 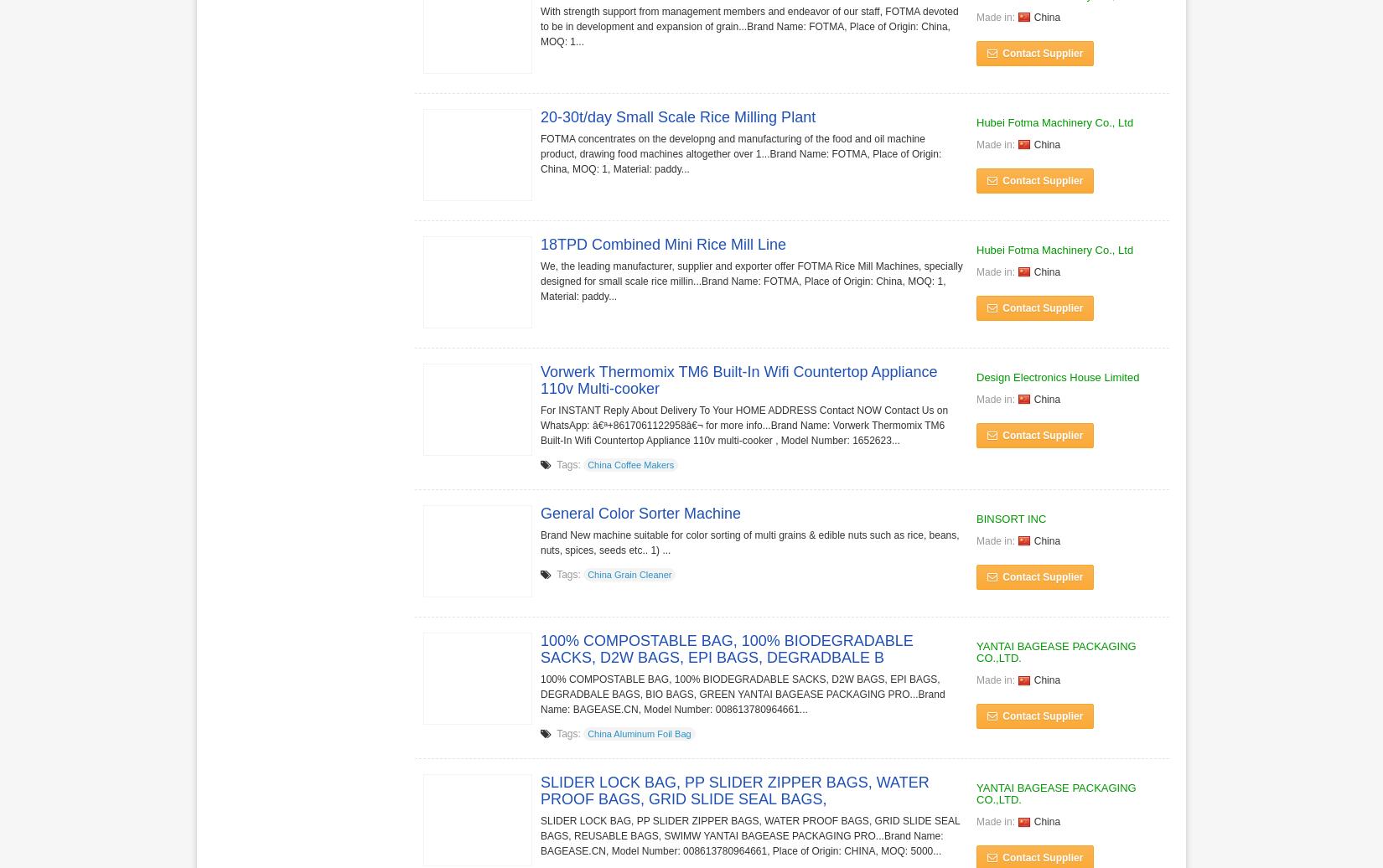 What do you see at coordinates (662, 244) in the screenshot?
I see `'18TPD Combined Mini Rice Mill Line'` at bounding box center [662, 244].